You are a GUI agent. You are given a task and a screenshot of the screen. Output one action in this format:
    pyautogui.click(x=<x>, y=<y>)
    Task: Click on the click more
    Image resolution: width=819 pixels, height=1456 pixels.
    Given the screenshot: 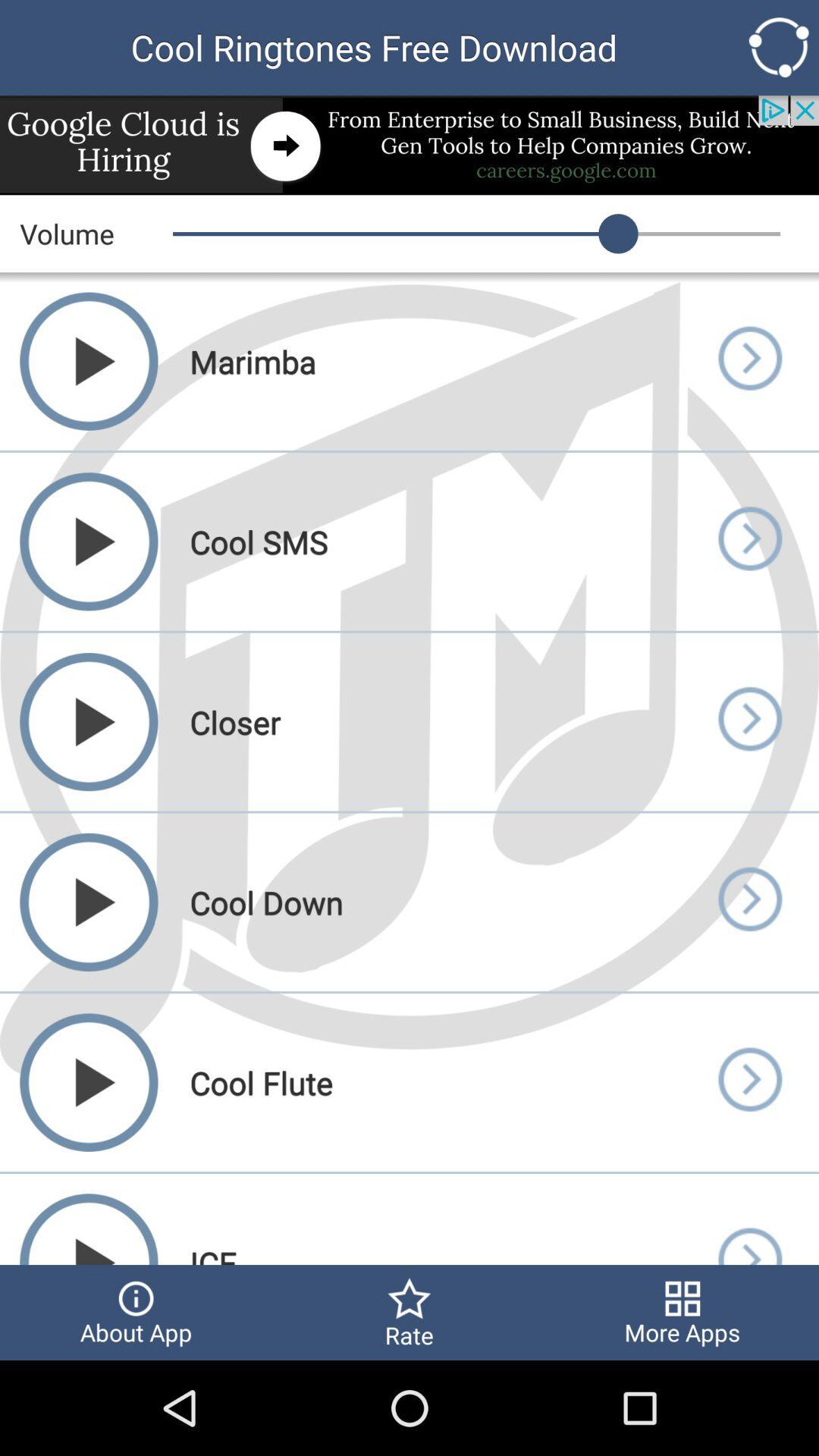 What is the action you would take?
    pyautogui.click(x=748, y=360)
    